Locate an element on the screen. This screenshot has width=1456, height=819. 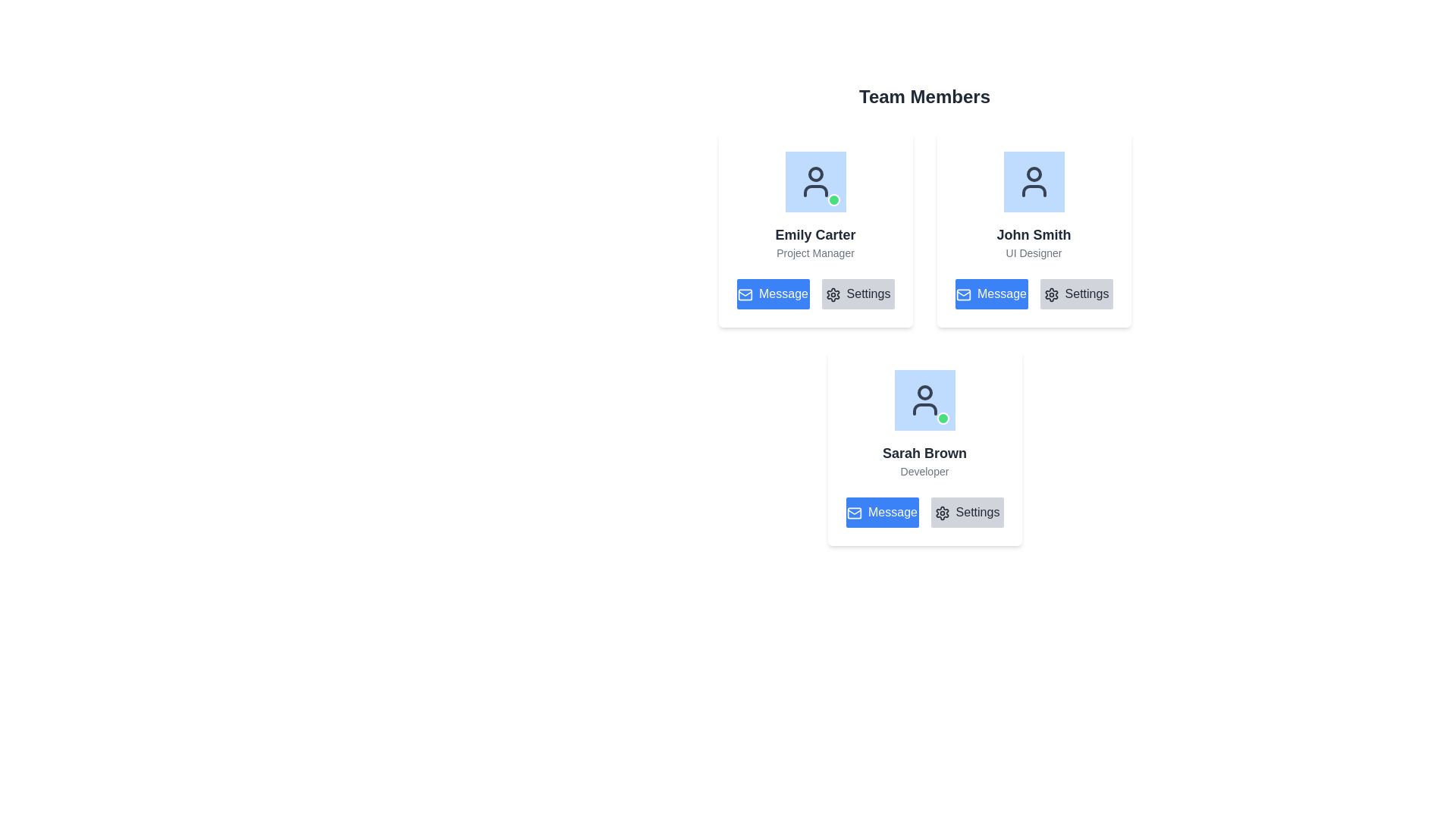
the icon associated with the email or messaging functionality located to the left of the 'Message' button in the card for 'Sarah Brown, Developer' is located at coordinates (855, 512).